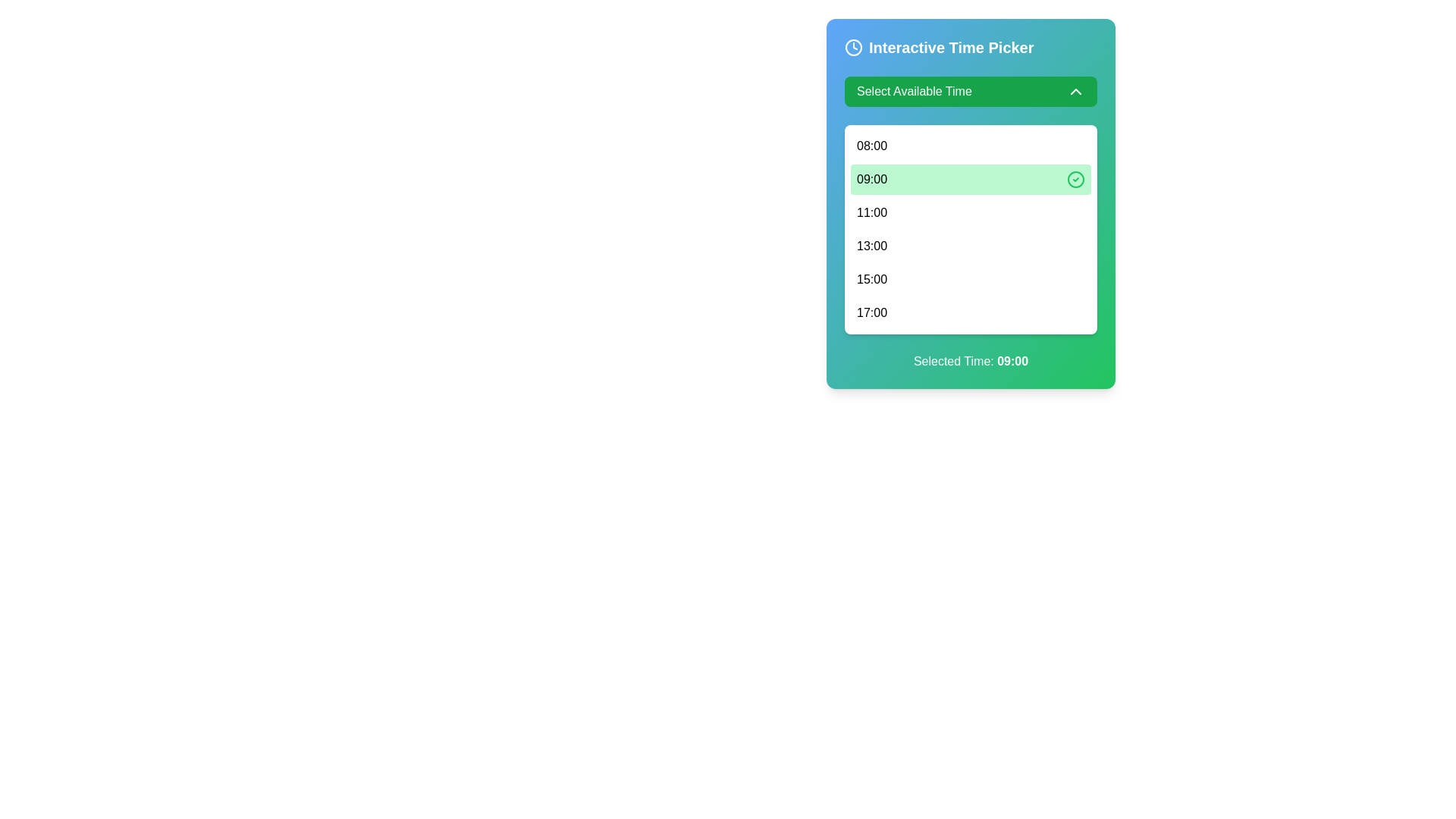 The width and height of the screenshot is (1456, 819). I want to click on the text label displaying '13:00', so click(872, 245).